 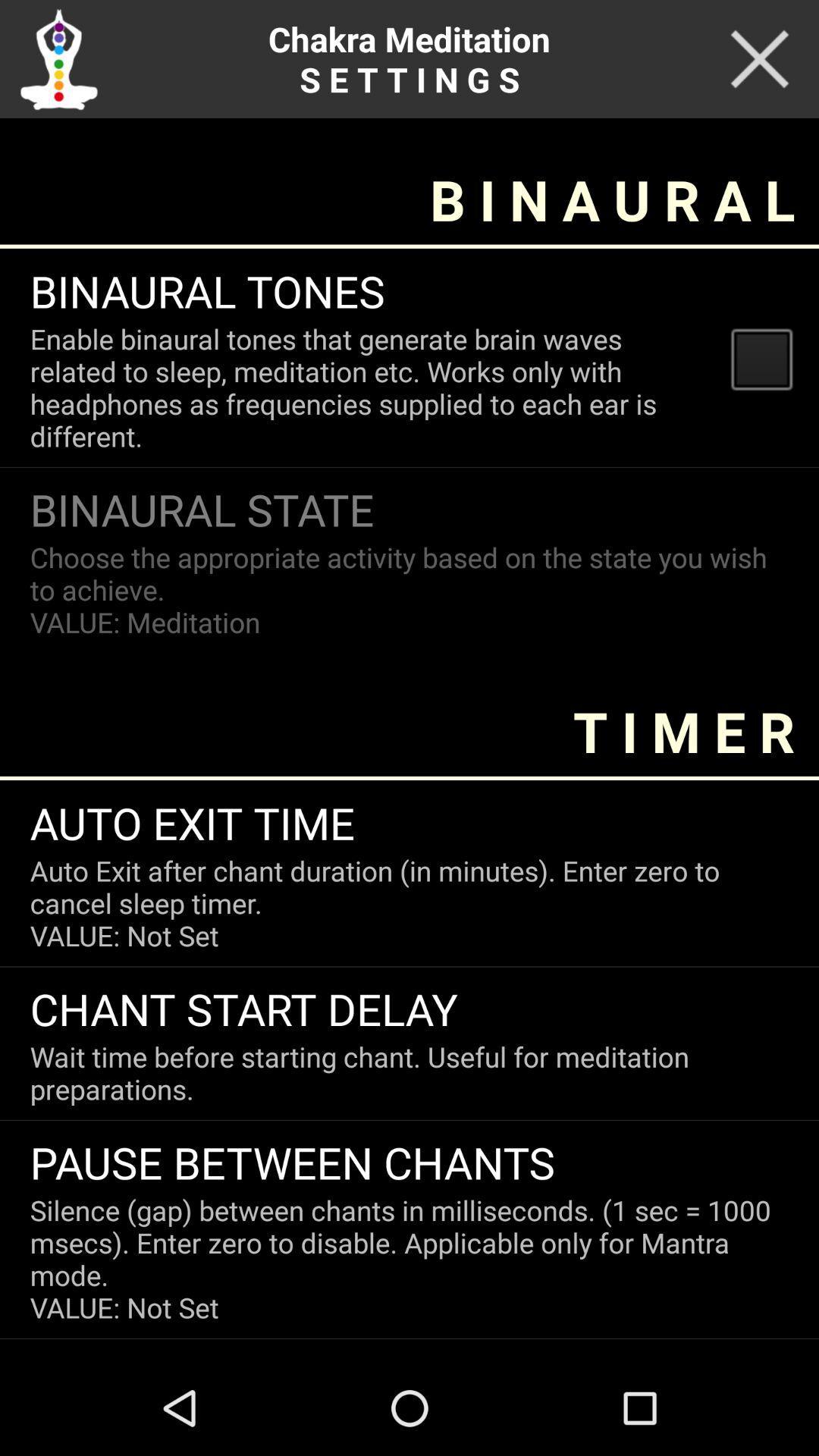 What do you see at coordinates (760, 62) in the screenshot?
I see `the close icon` at bounding box center [760, 62].